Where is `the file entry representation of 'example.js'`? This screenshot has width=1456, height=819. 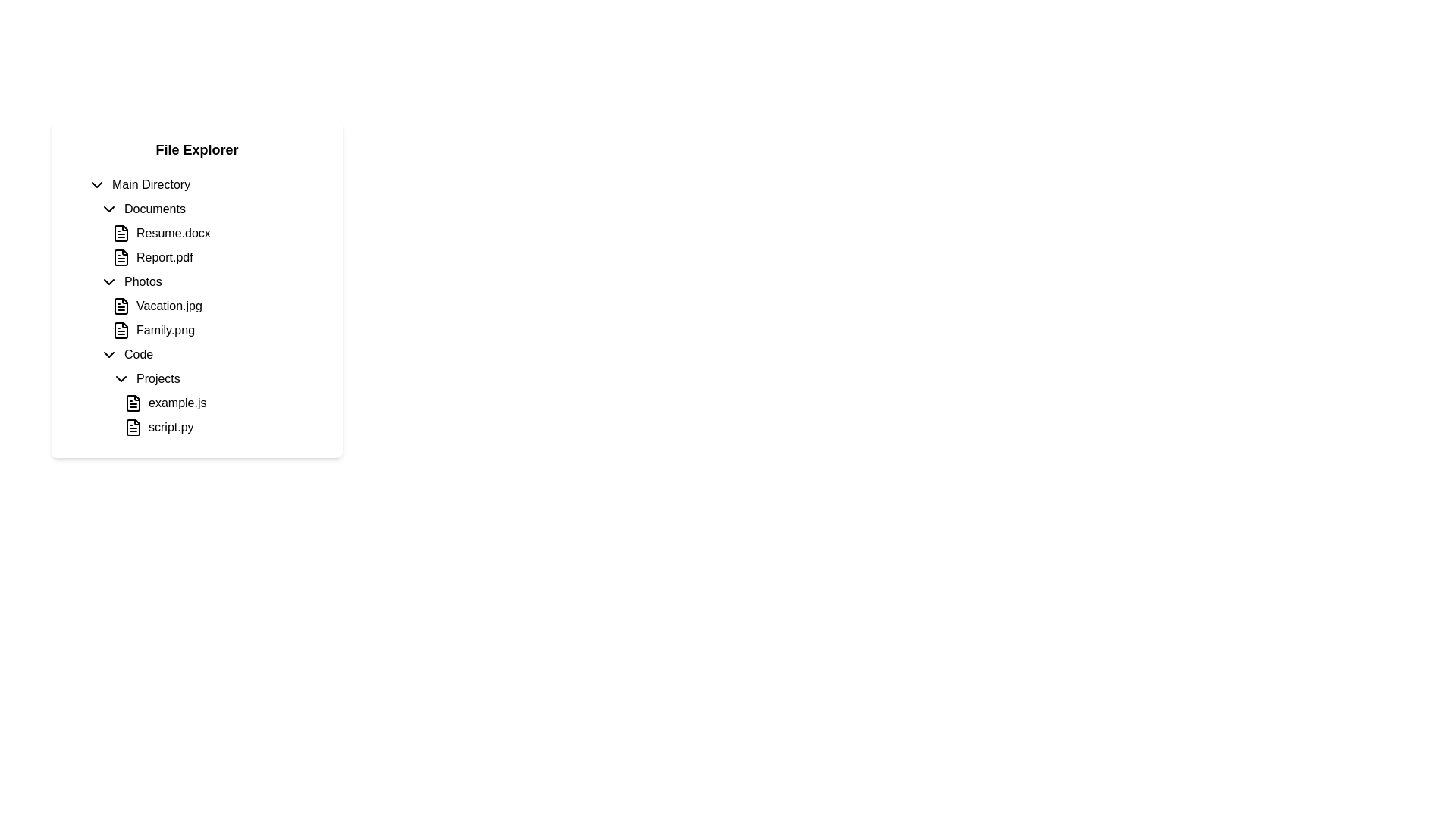 the file entry representation of 'example.js' is located at coordinates (208, 403).